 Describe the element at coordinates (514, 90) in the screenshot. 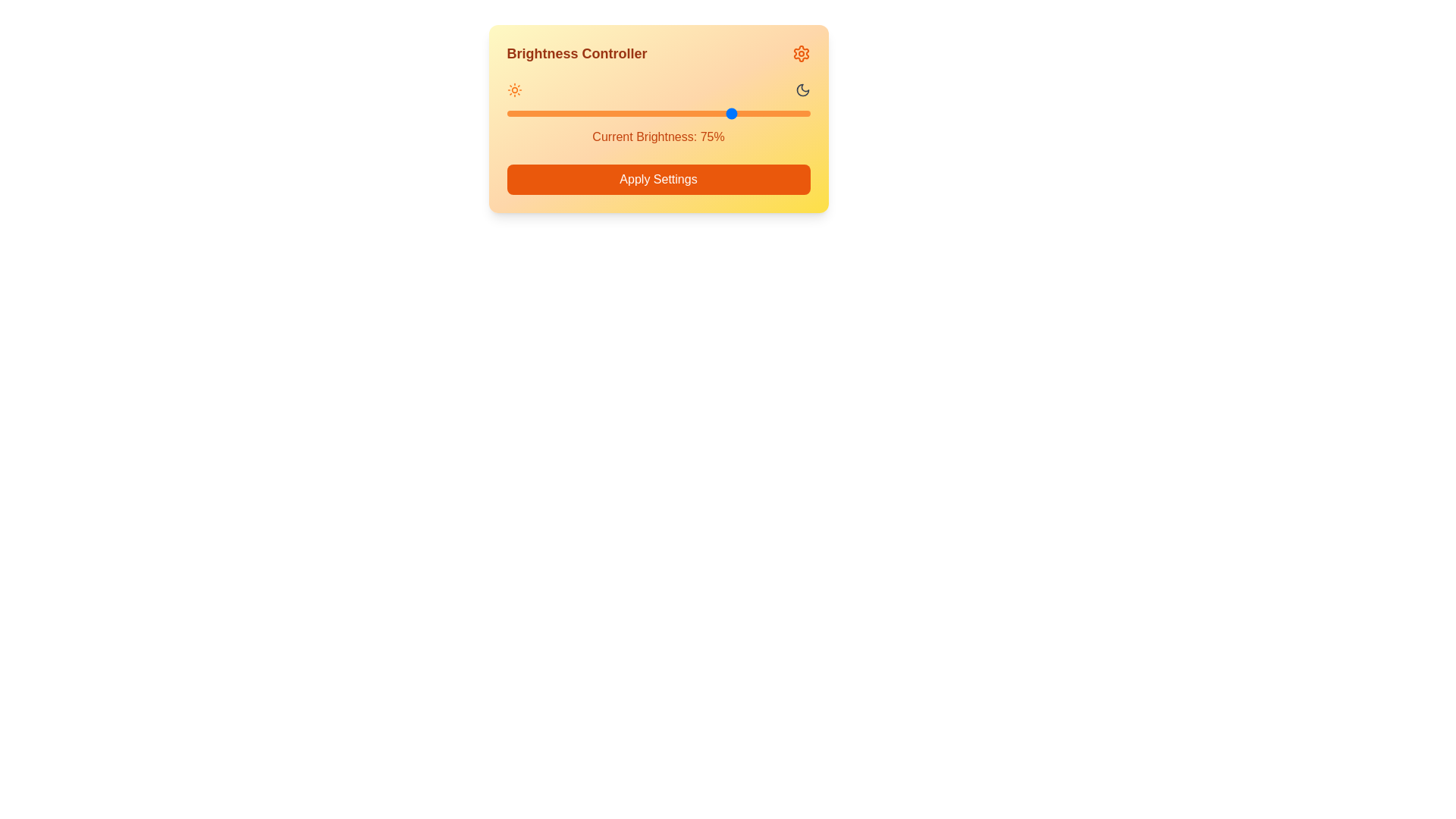

I see `the Sun icon to represent brightness extremes` at that location.